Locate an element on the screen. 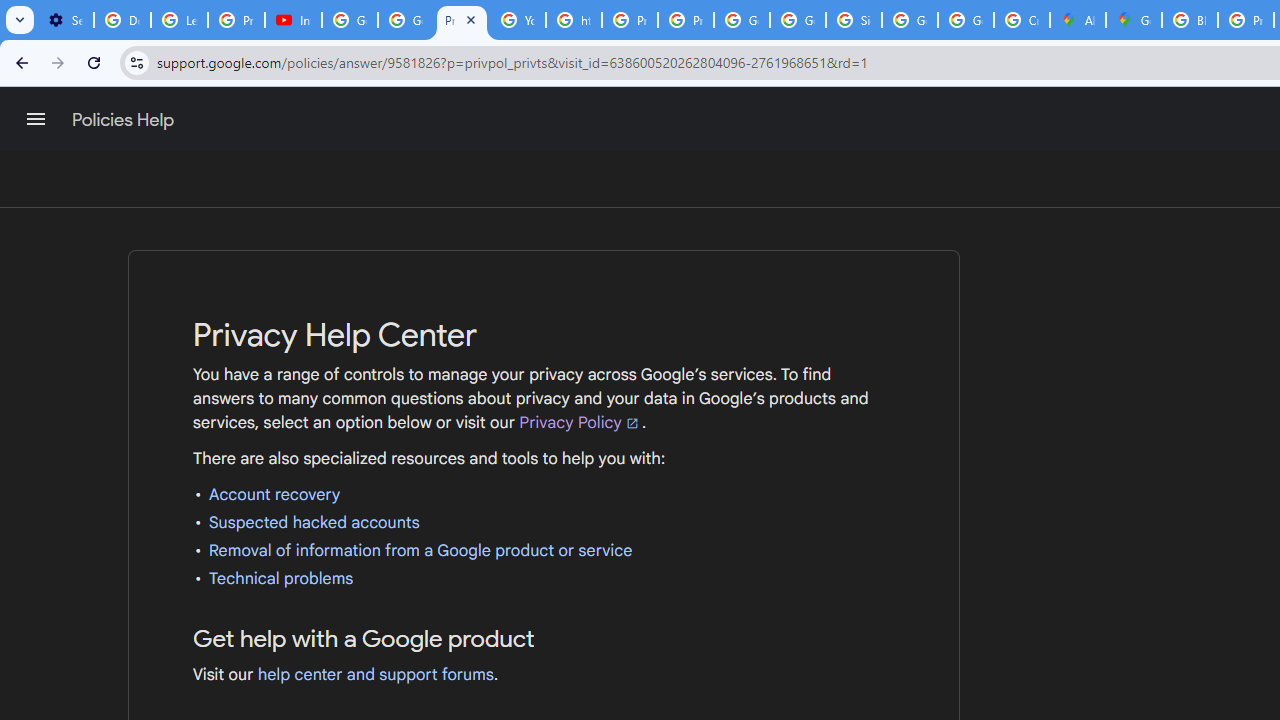 This screenshot has width=1280, height=720. 'Removal of information from a Google product or service' is located at coordinates (420, 550).